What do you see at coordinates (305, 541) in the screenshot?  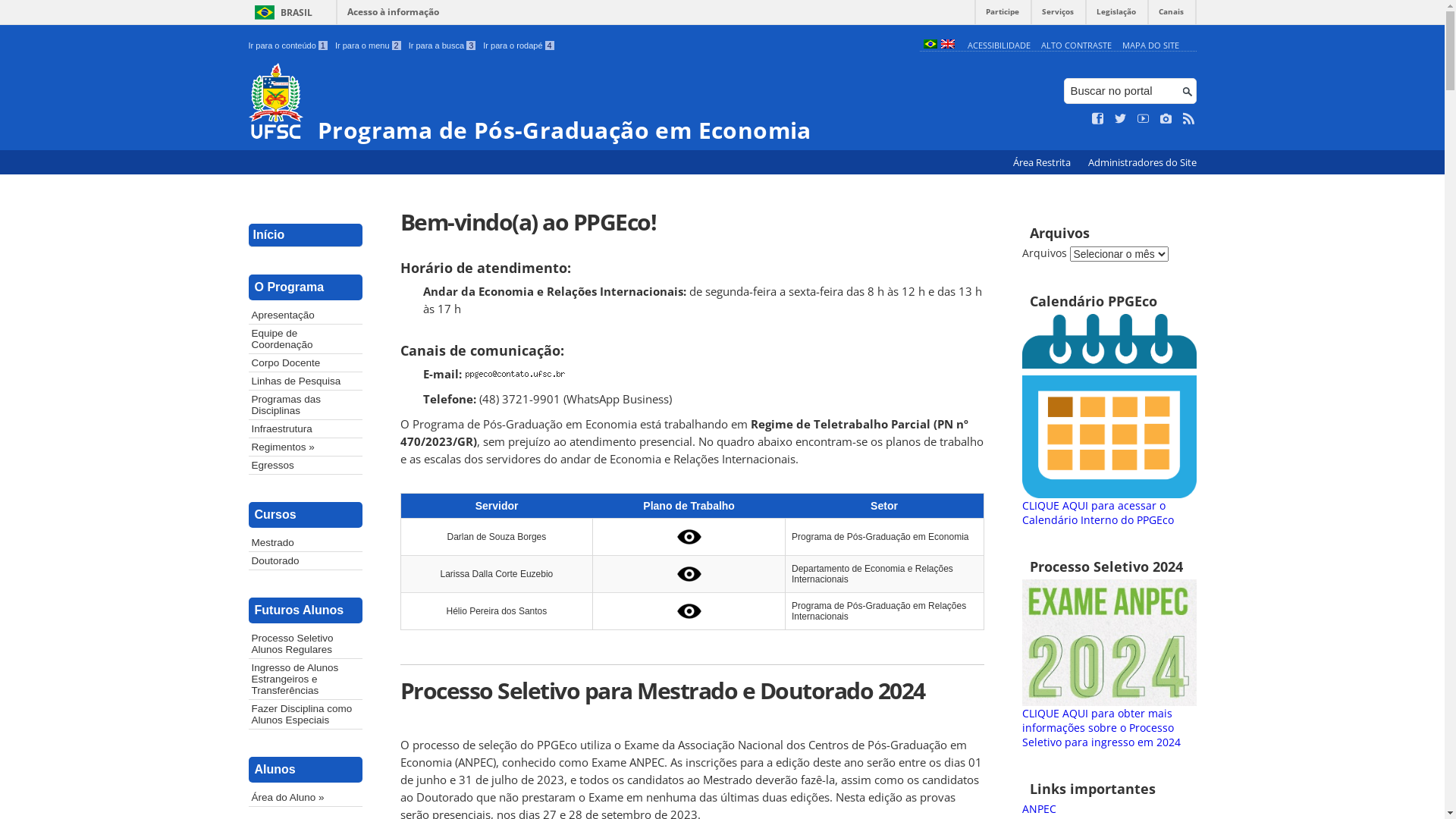 I see `'Mestrado'` at bounding box center [305, 541].